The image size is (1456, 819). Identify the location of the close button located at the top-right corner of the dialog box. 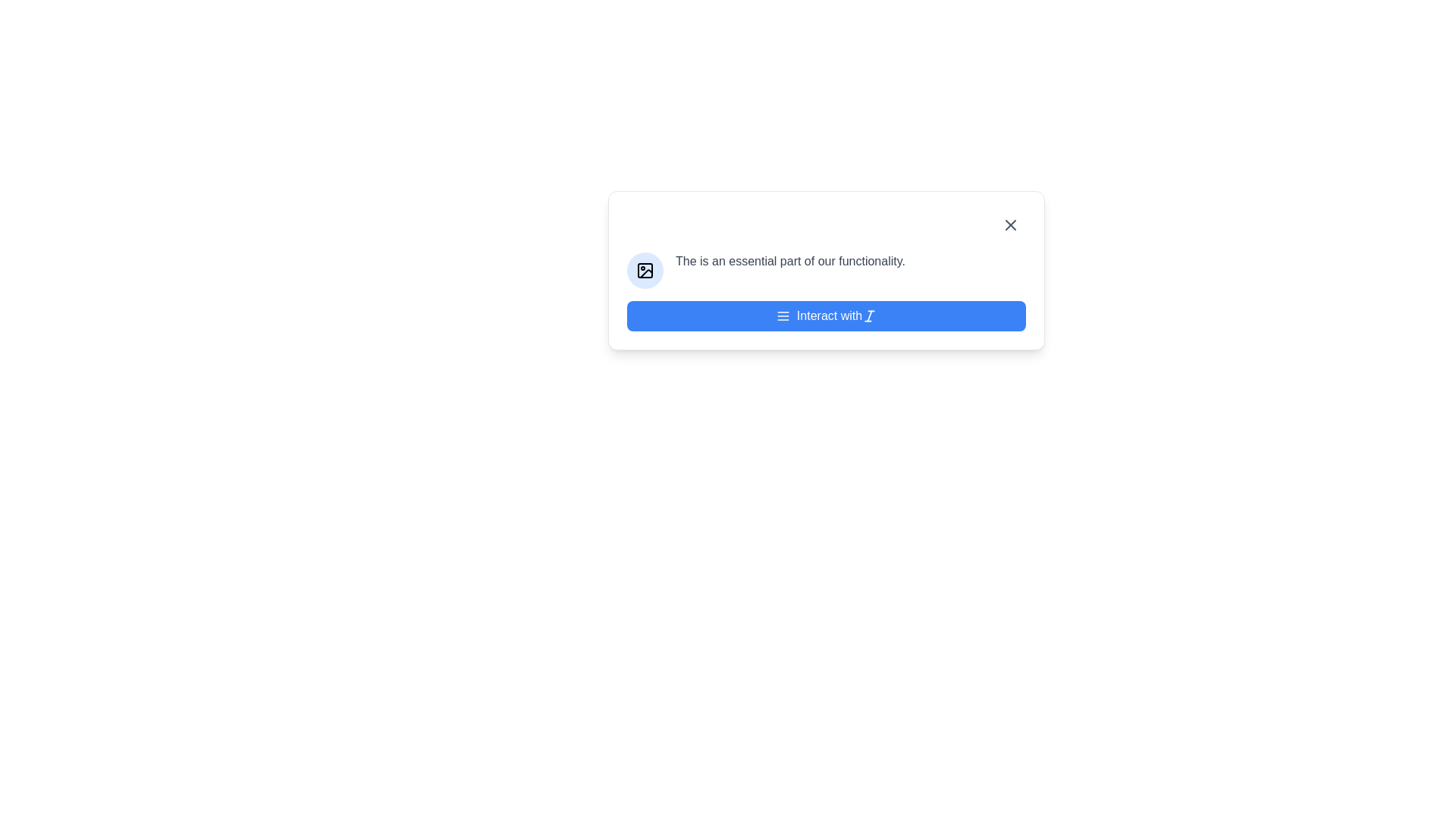
(1011, 225).